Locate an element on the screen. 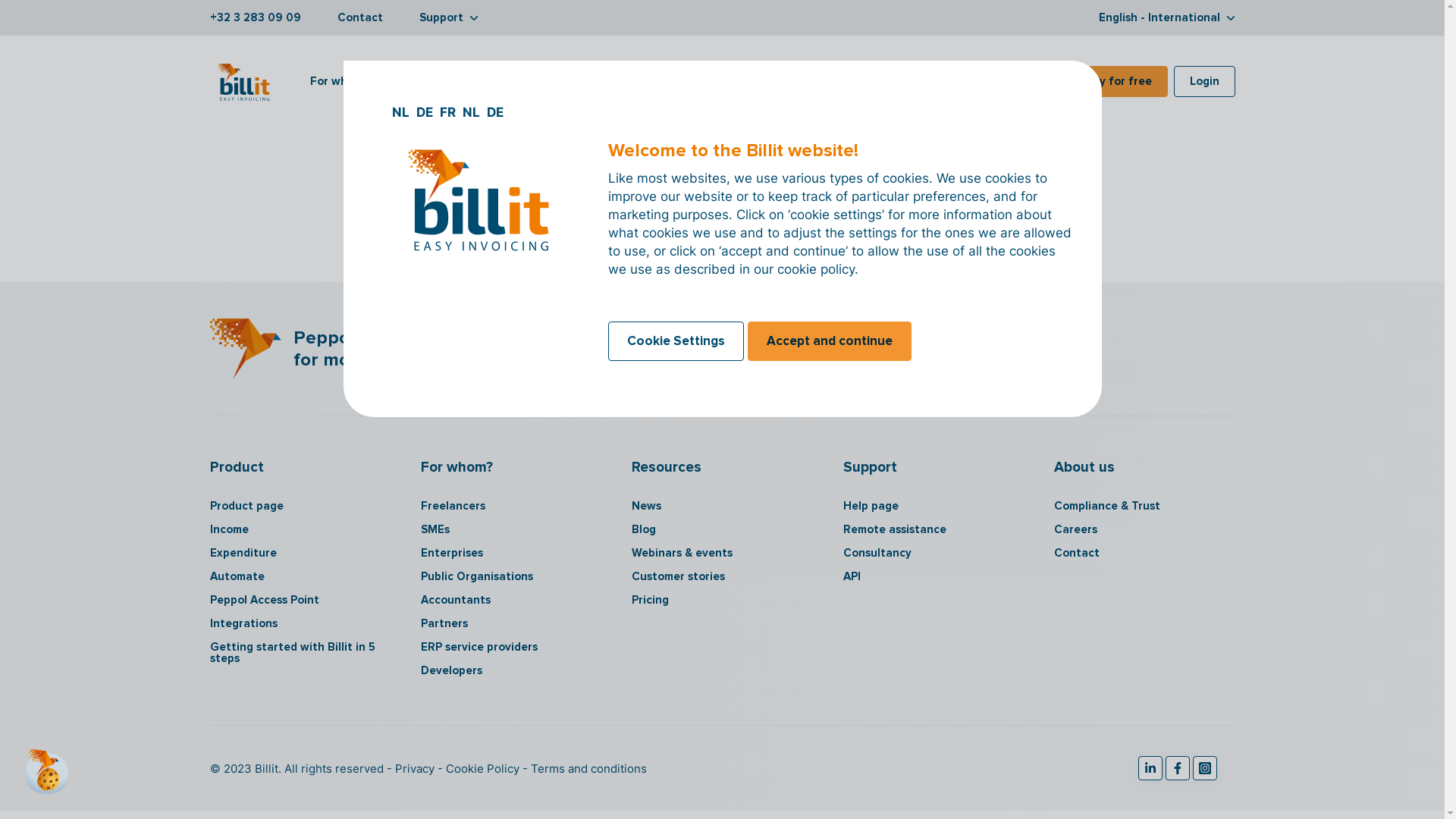 Image resolution: width=1456 pixels, height=819 pixels. 'Try for free' is located at coordinates (1072, 80).